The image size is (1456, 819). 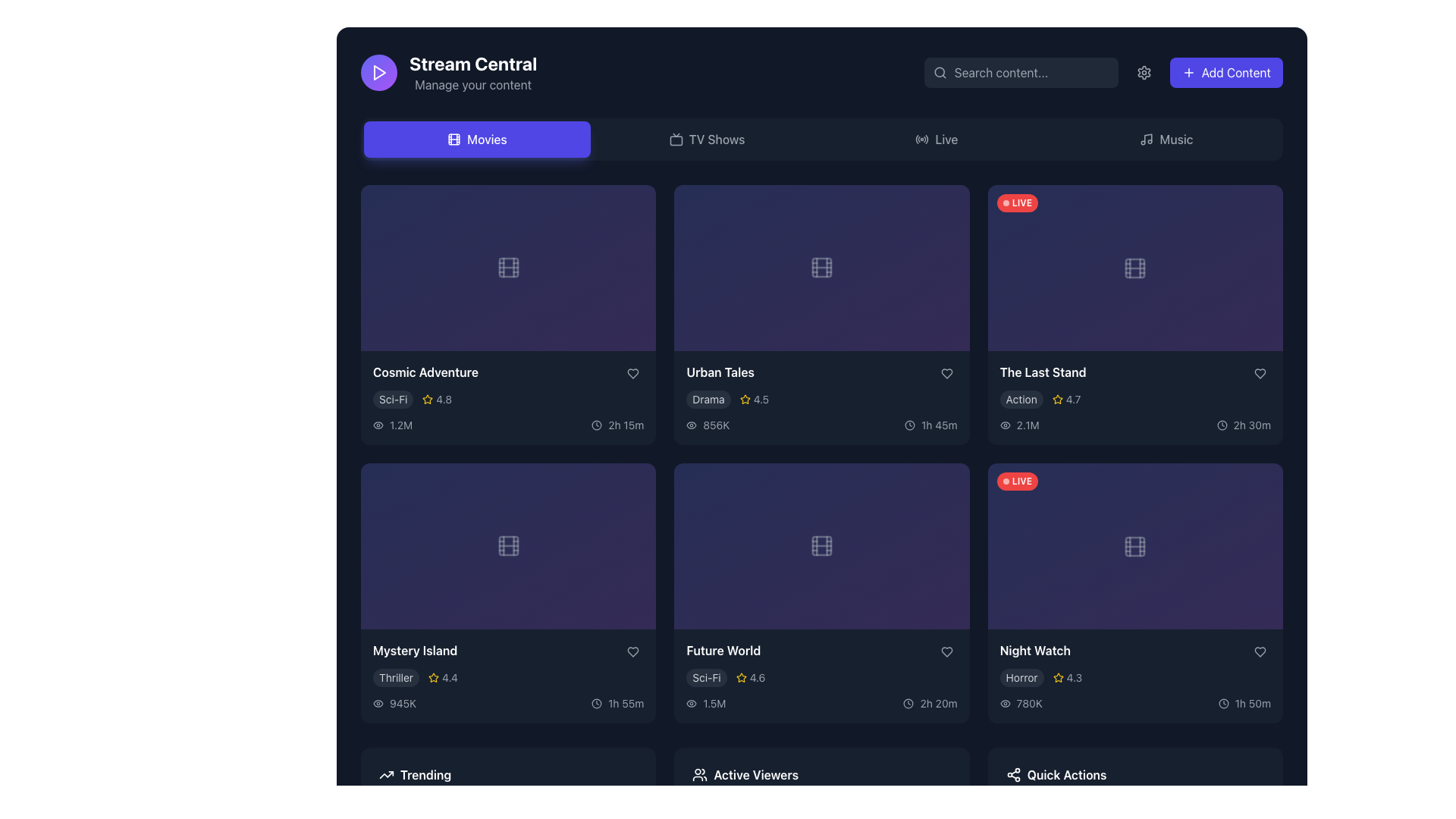 I want to click on the share icon, which resembles interconnected circular nodes forming a triangular pattern, located in the 'Quick Actions' section, so click(x=1013, y=775).